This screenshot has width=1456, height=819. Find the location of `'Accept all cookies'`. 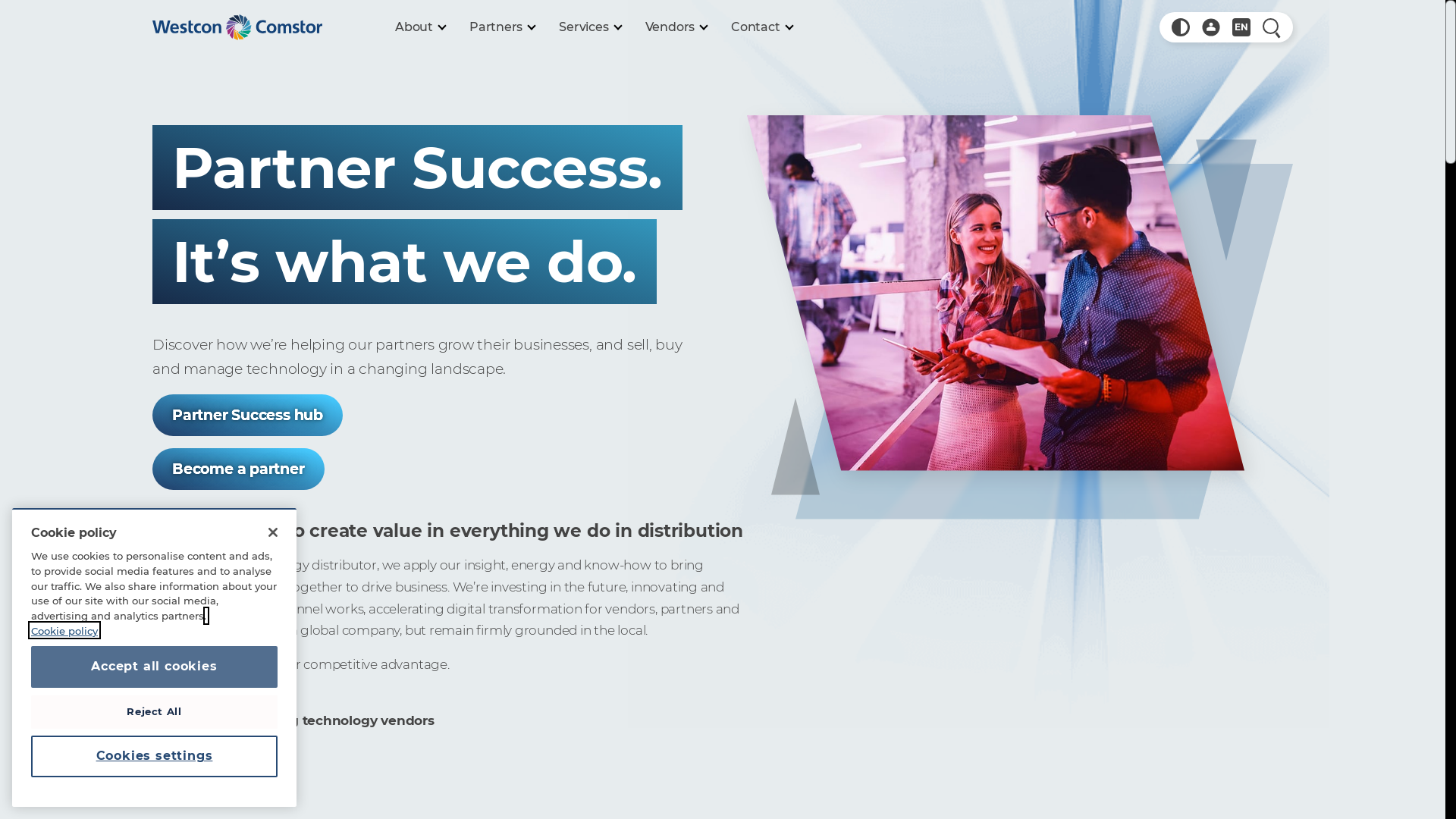

'Accept all cookies' is located at coordinates (154, 666).